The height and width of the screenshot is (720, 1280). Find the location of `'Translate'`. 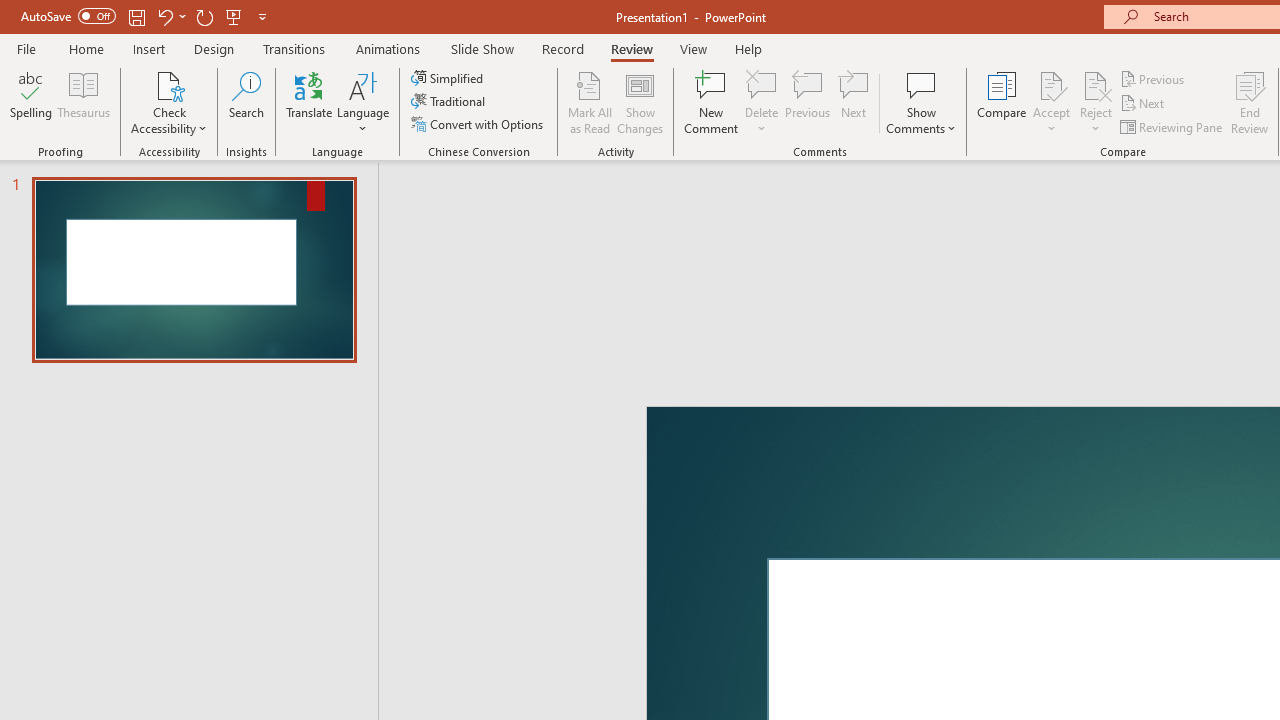

'Translate' is located at coordinates (308, 103).